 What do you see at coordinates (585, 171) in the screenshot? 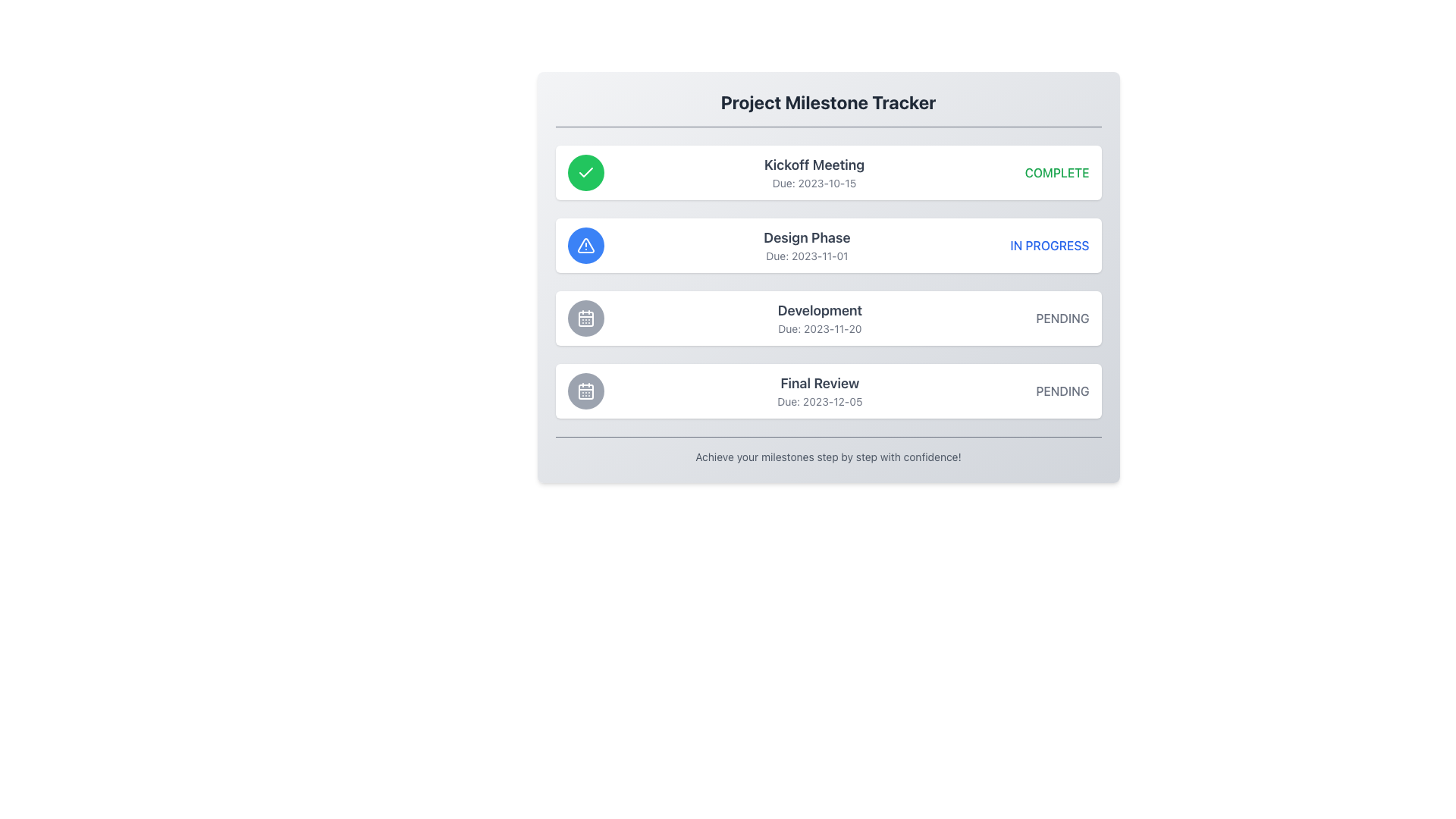
I see `the checkmark icon with a thin, rounded stroke set against a green circular background, located before the 'Kickoff Meeting' title in the project milestone list` at bounding box center [585, 171].